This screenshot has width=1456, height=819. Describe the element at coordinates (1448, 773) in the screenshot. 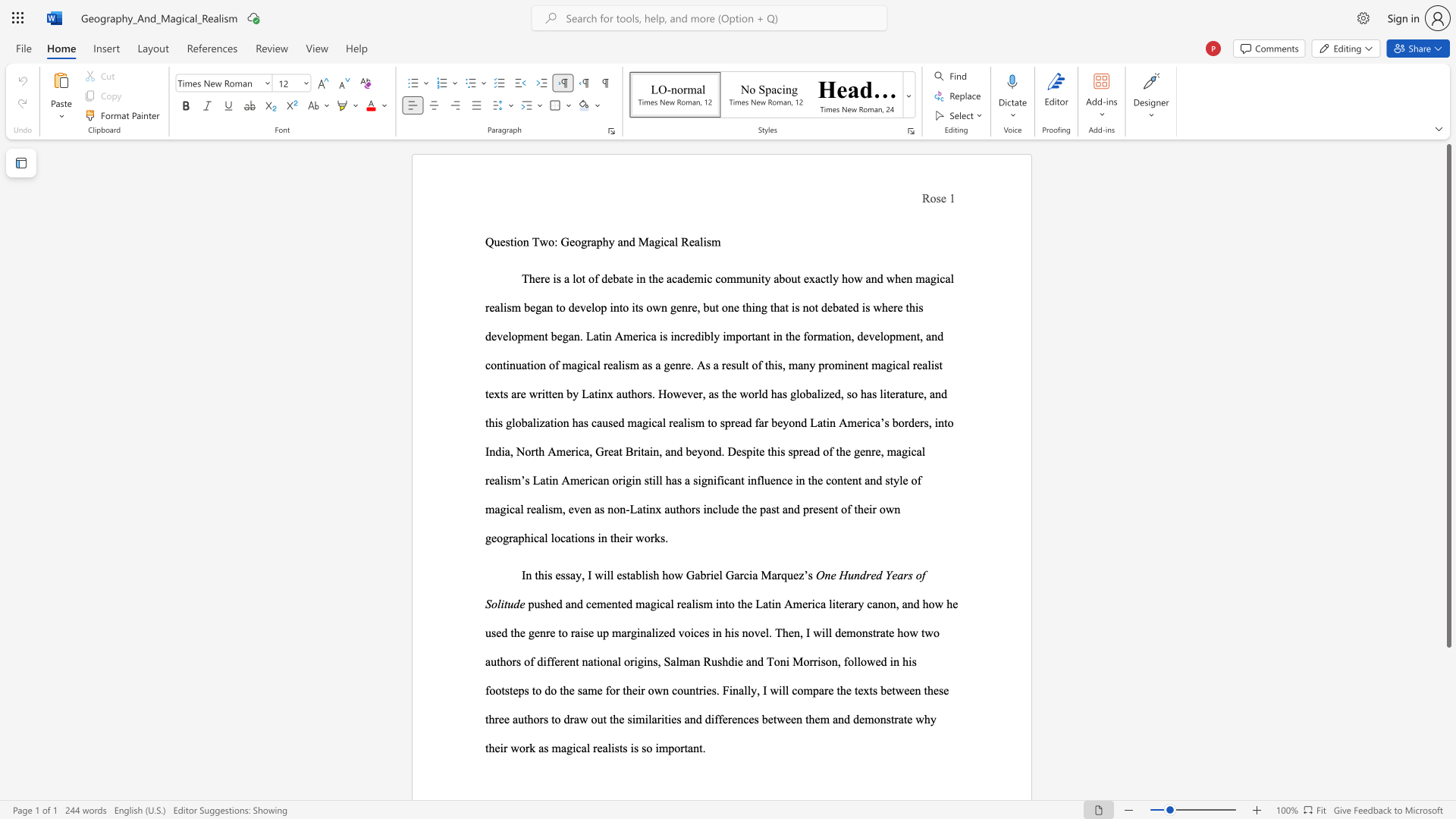

I see `the scrollbar on the right to move the page downward` at that location.